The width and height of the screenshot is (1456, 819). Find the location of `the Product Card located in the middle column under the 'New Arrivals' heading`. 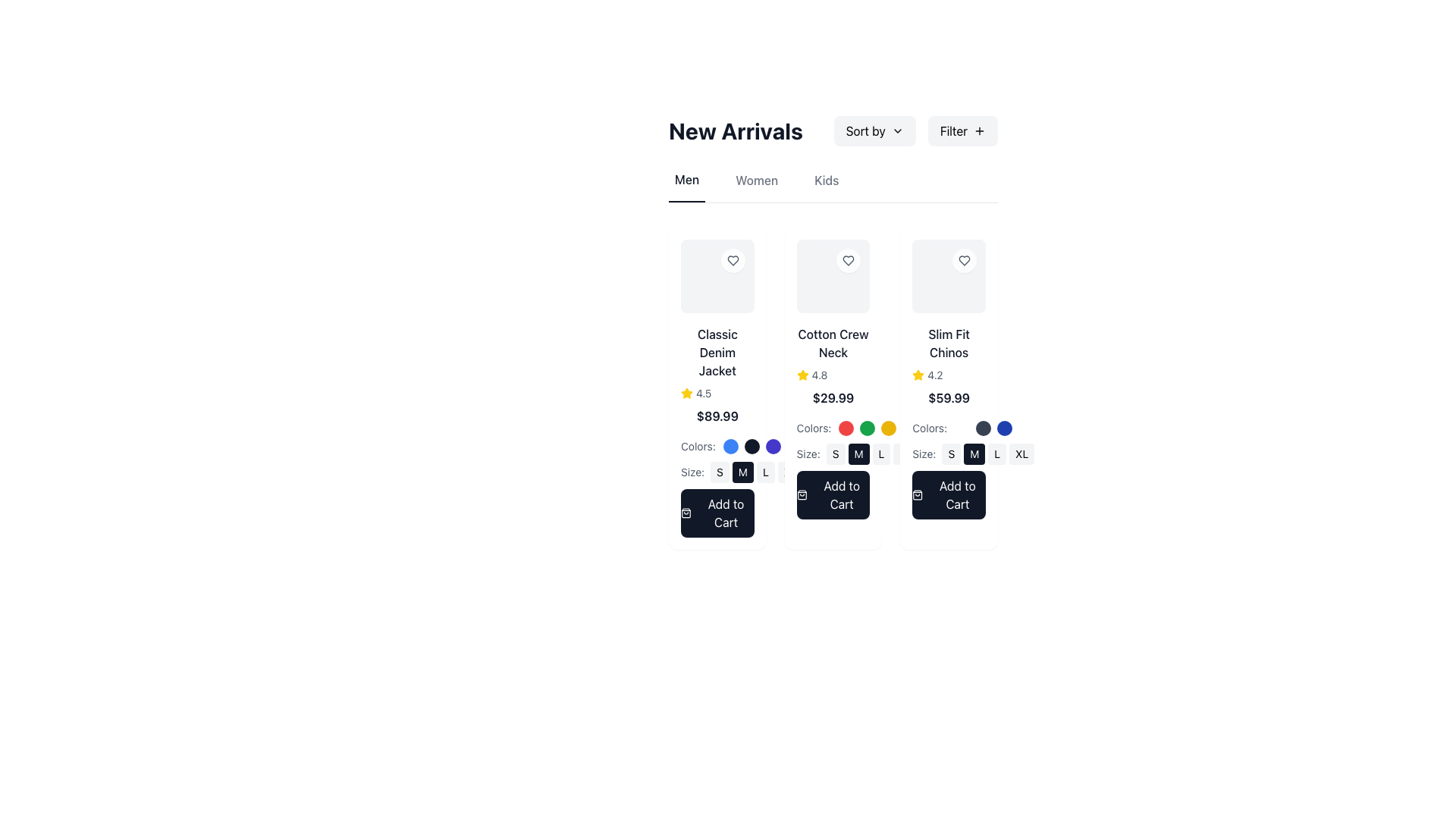

the Product Card located in the middle column under the 'New Arrivals' heading is located at coordinates (833, 388).